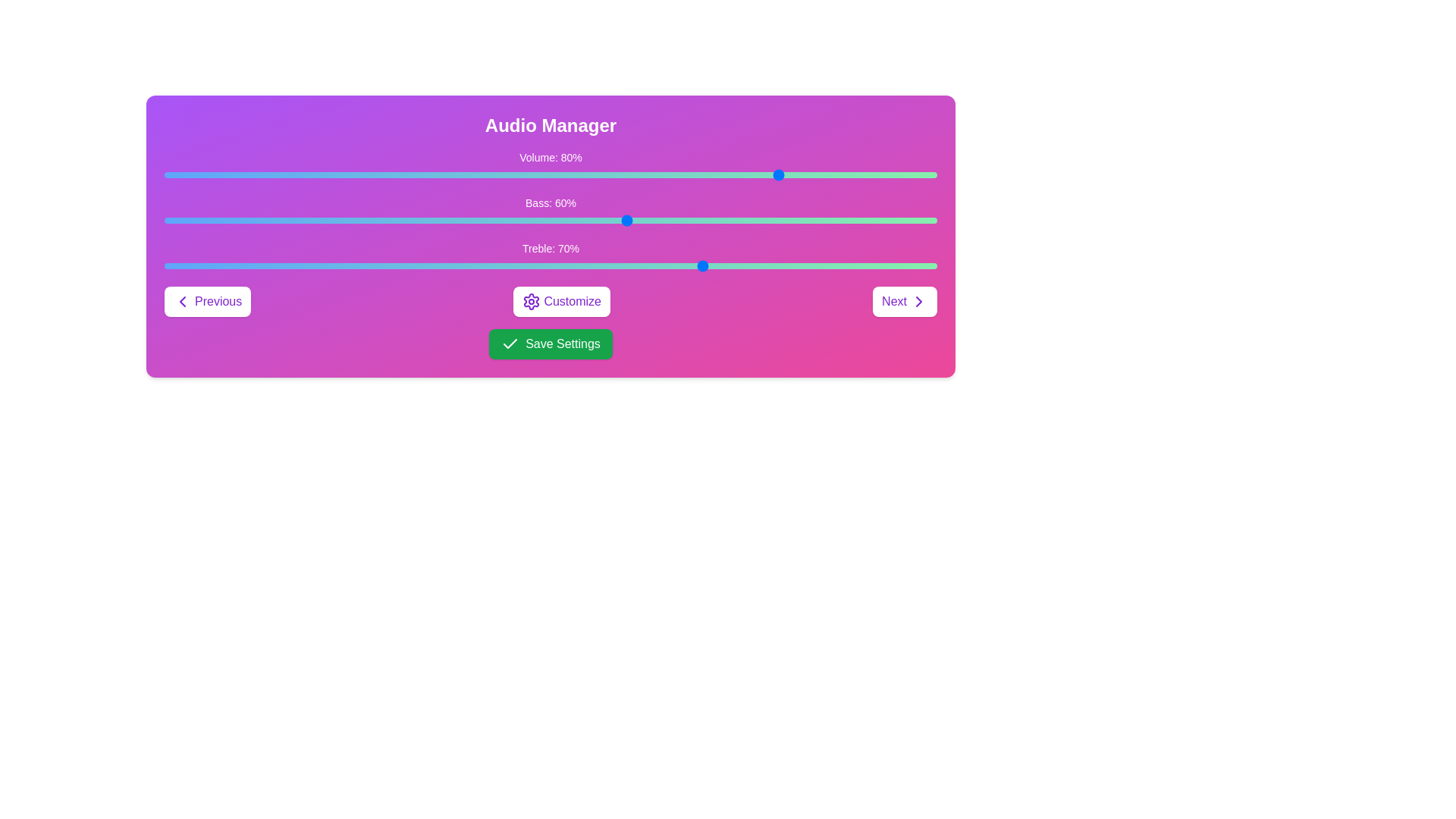 The height and width of the screenshot is (819, 1456). What do you see at coordinates (504, 265) in the screenshot?
I see `treble` at bounding box center [504, 265].